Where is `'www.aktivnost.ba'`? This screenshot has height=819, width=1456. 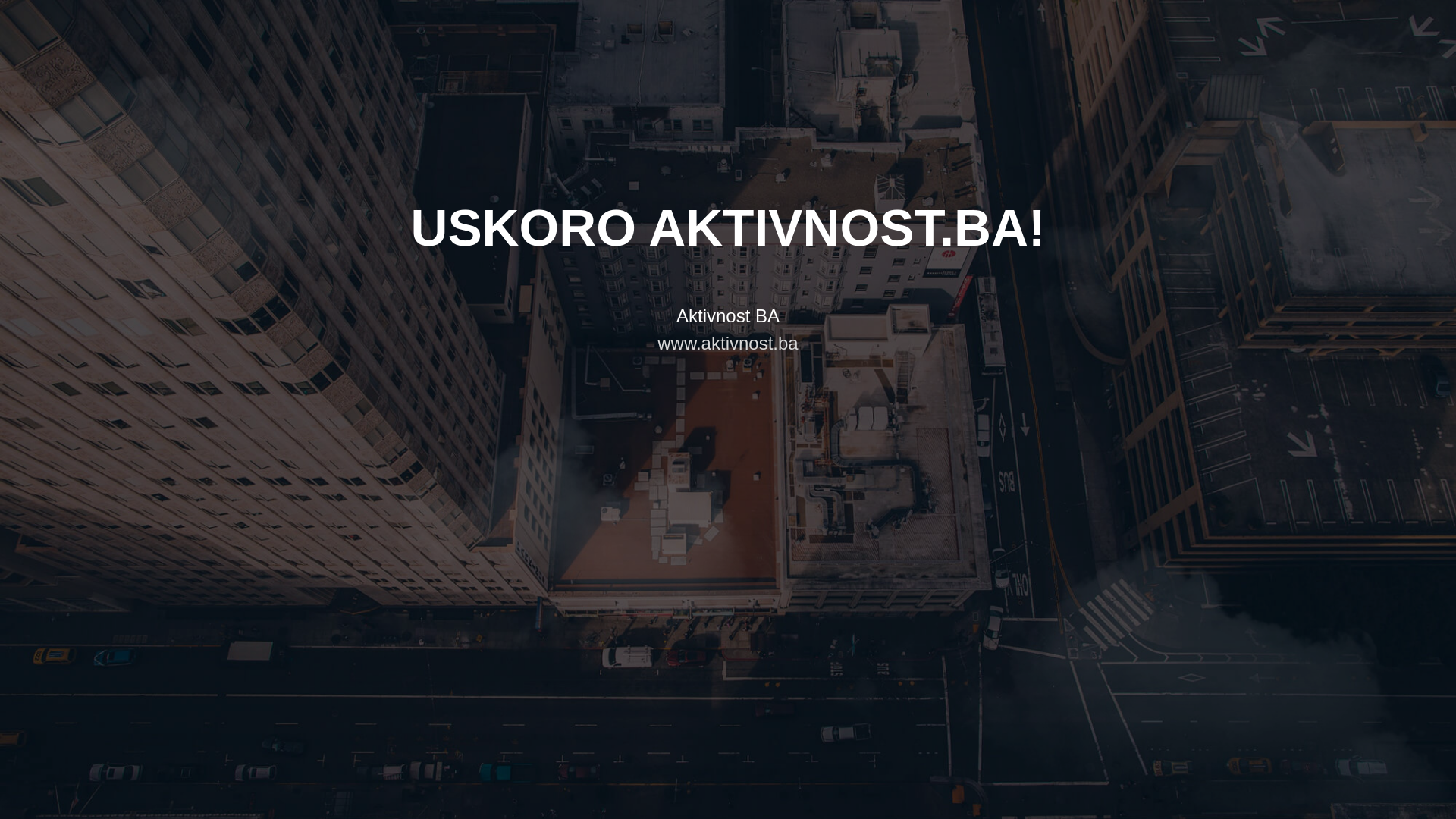
'www.aktivnost.ba' is located at coordinates (726, 343).